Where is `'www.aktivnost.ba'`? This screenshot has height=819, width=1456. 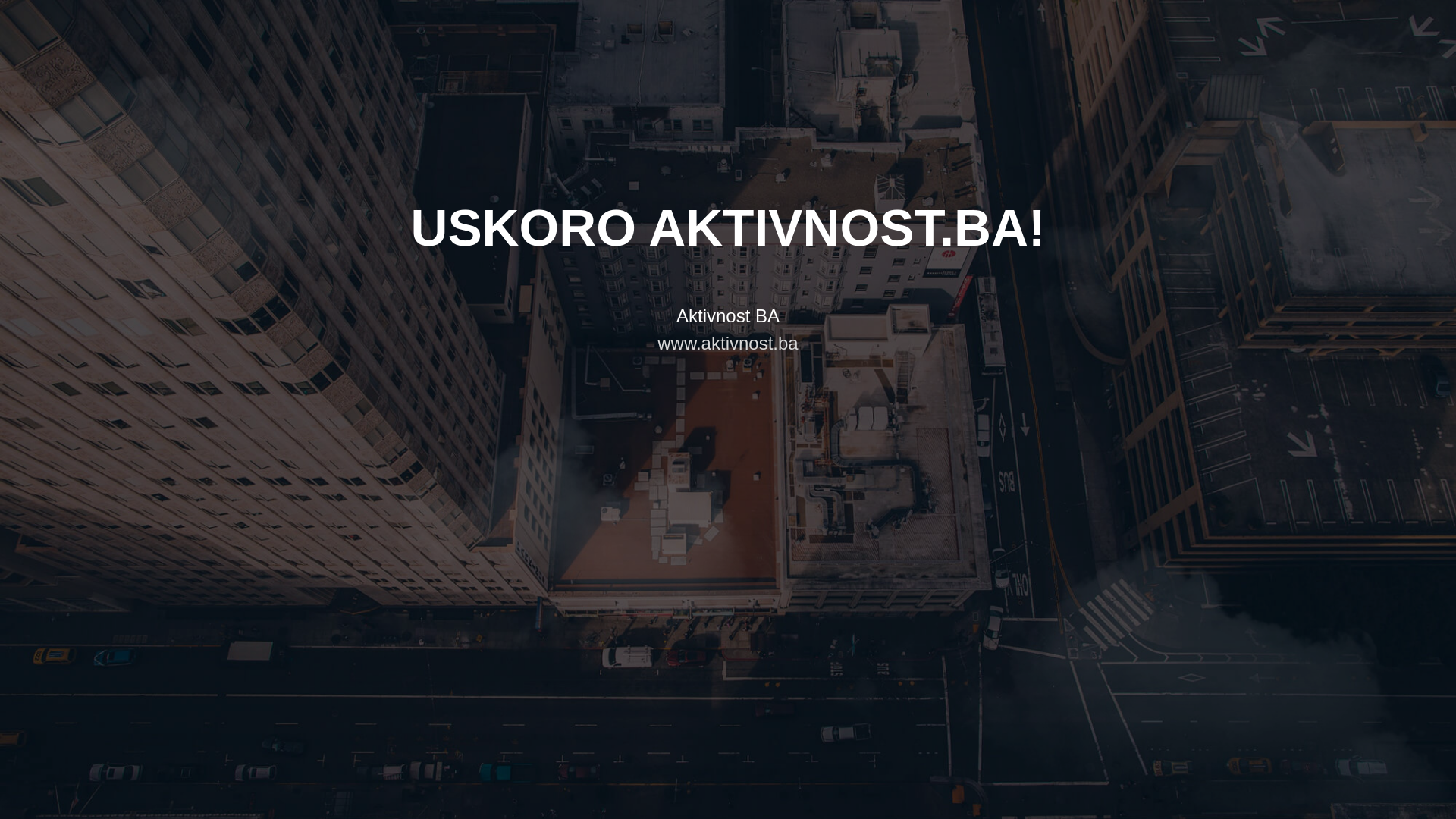
'www.aktivnost.ba' is located at coordinates (726, 343).